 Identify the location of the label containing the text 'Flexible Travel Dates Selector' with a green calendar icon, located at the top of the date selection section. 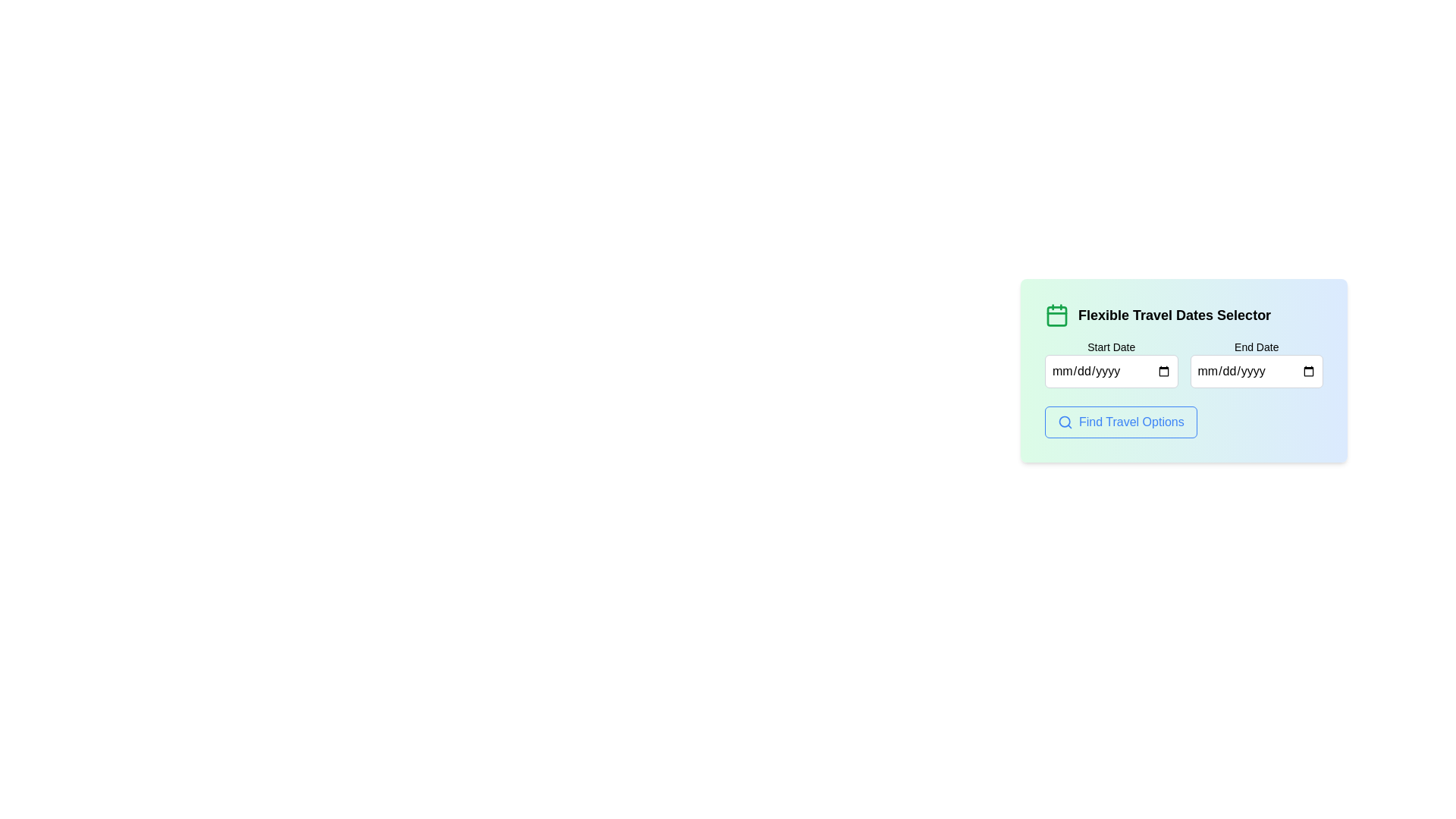
(1183, 315).